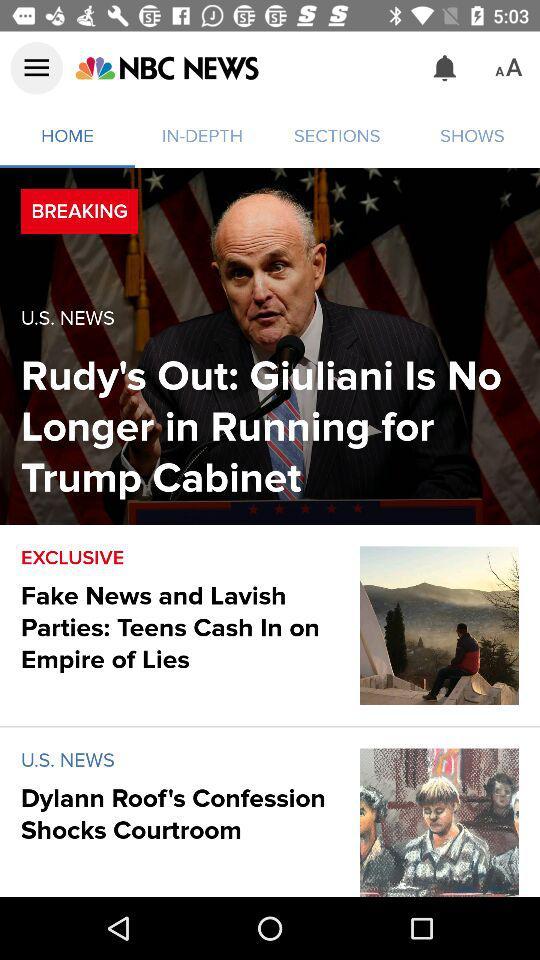 The image size is (540, 960). What do you see at coordinates (165, 68) in the screenshot?
I see `visit nbc news homepage` at bounding box center [165, 68].